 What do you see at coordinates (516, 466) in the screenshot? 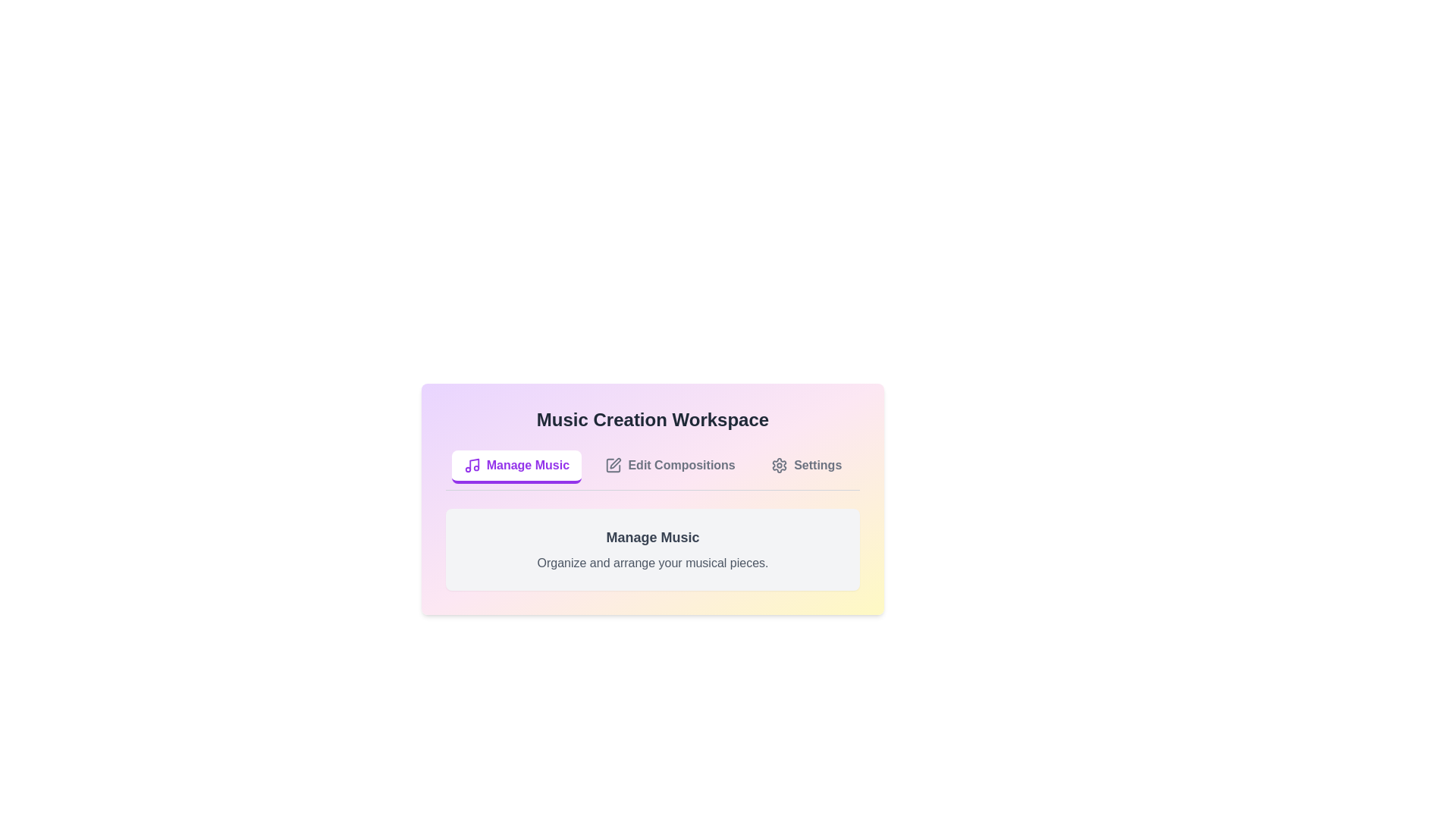
I see `the Manage Music tab by clicking on its respective button` at bounding box center [516, 466].